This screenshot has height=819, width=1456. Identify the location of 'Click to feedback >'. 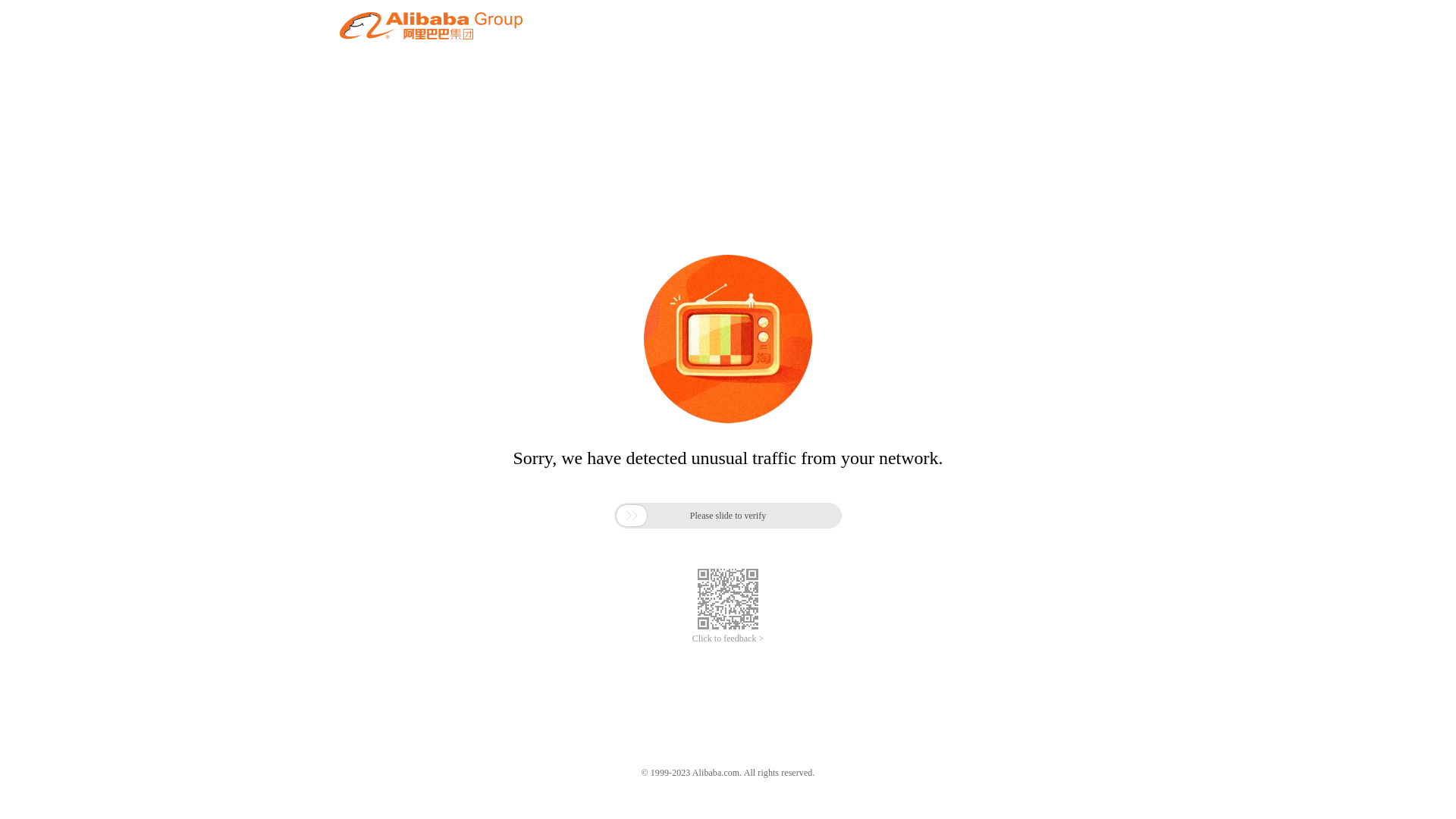
(728, 639).